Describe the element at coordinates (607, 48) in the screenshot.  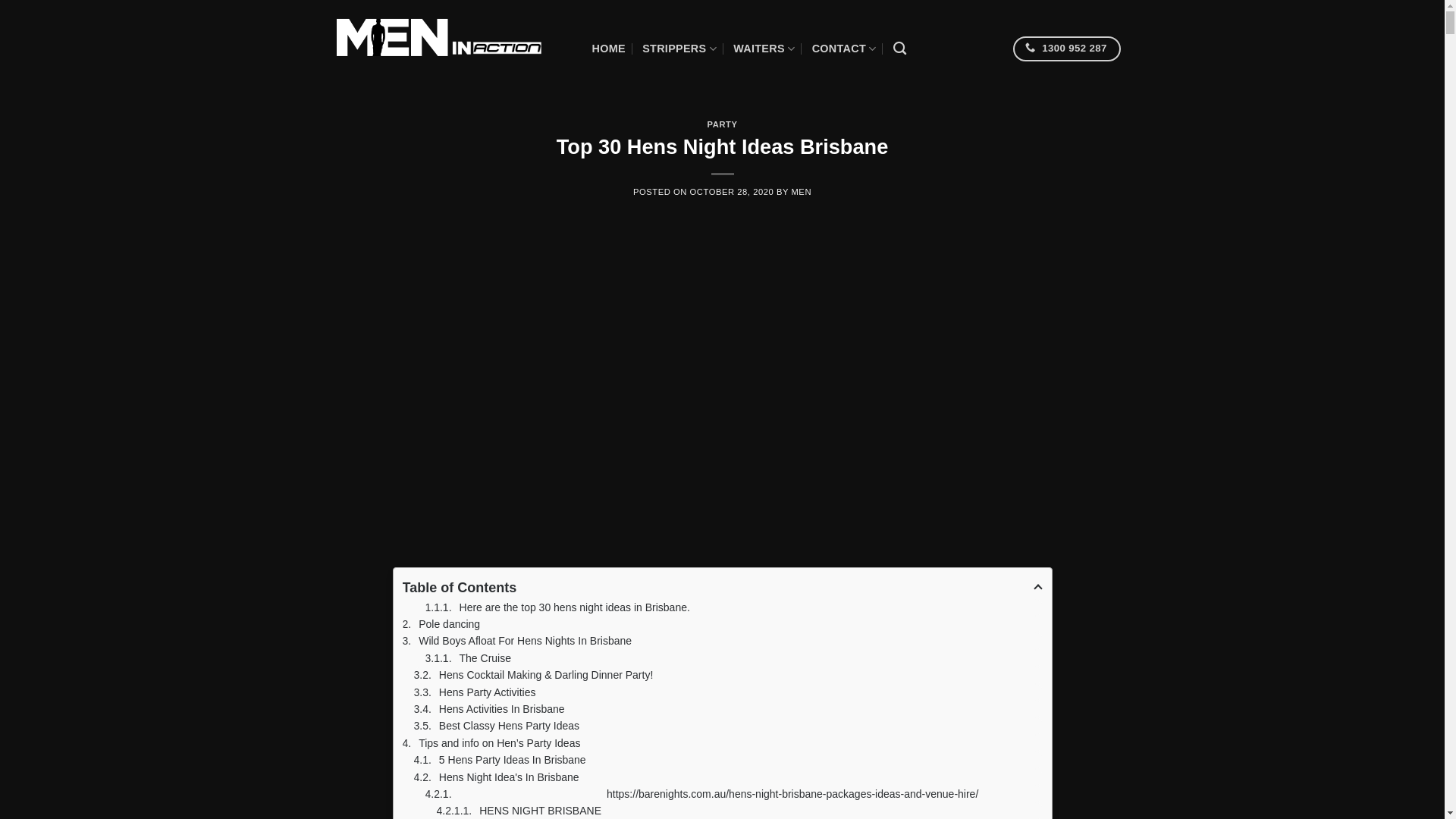
I see `'HOME'` at that location.